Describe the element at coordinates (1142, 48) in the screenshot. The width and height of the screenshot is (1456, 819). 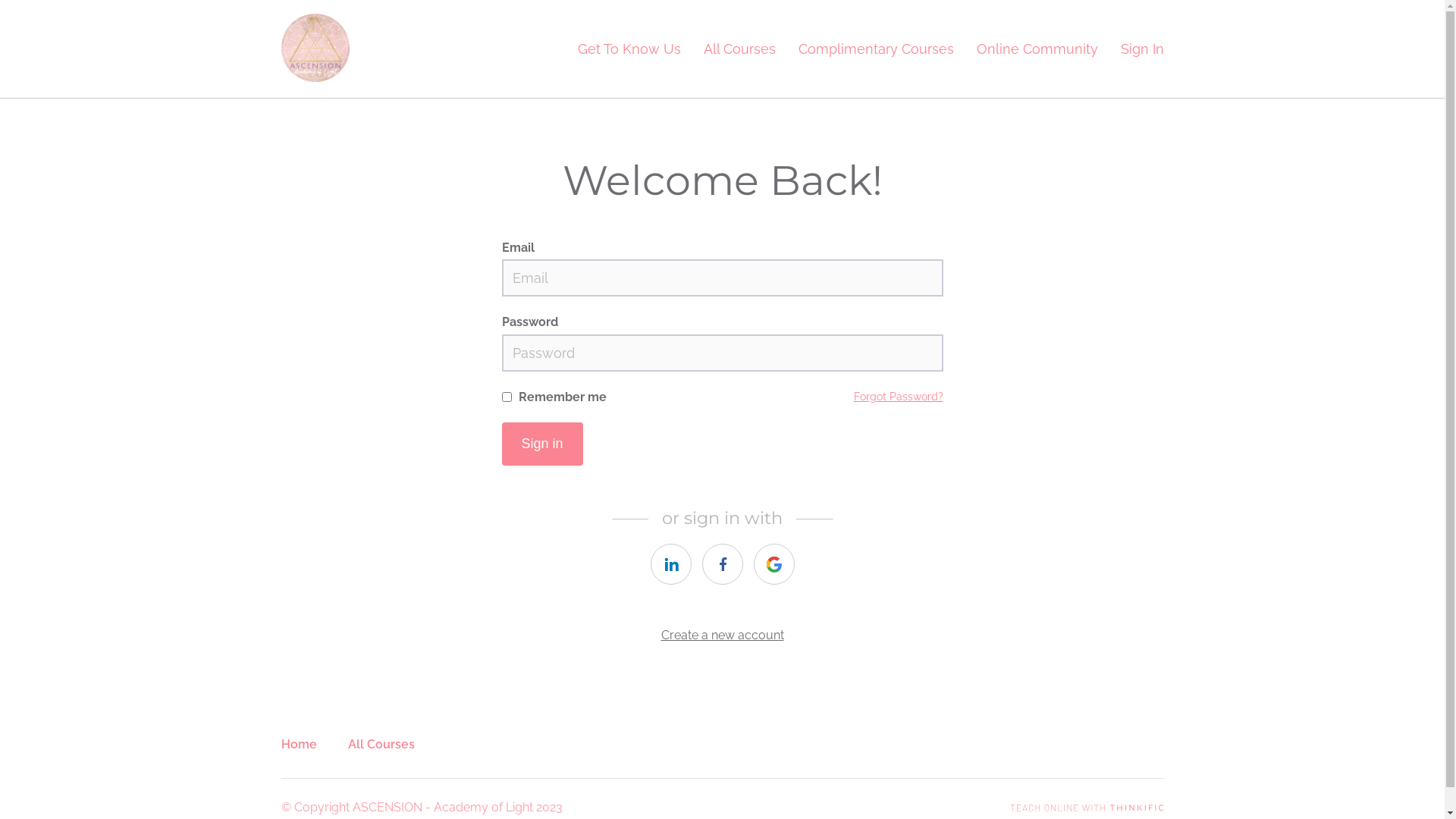
I see `'Sign In'` at that location.